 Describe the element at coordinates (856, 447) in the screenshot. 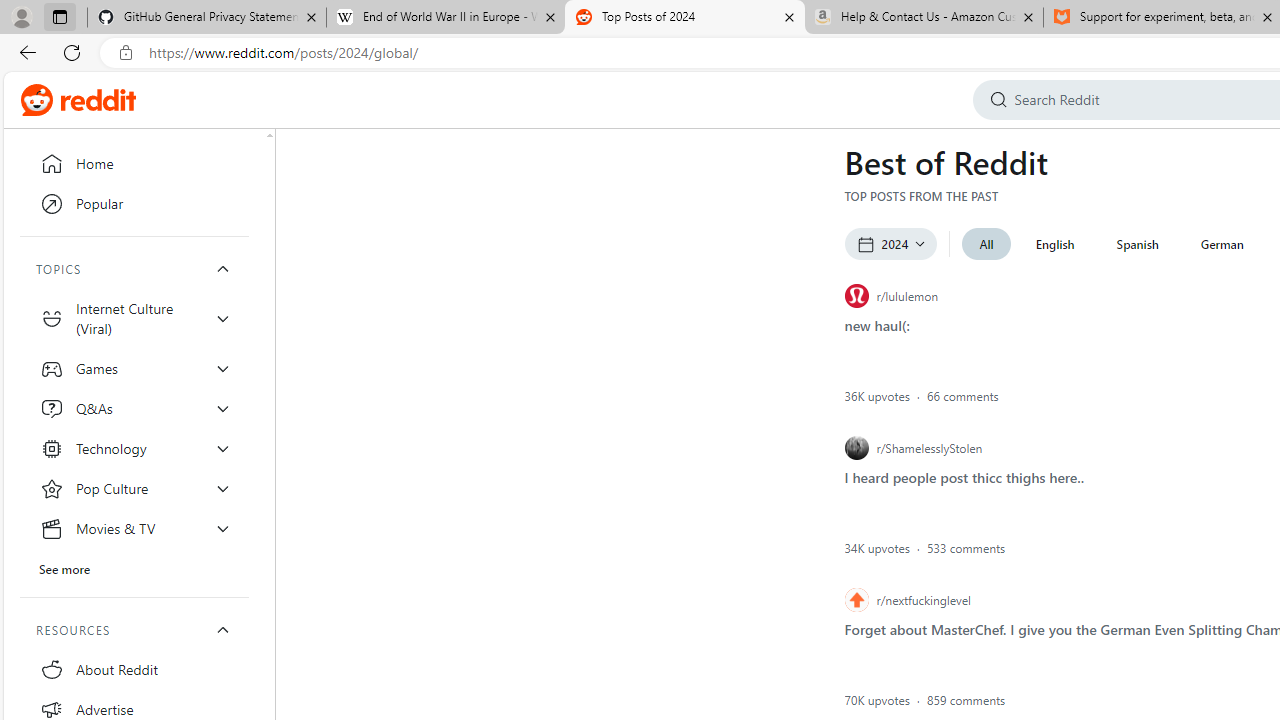

I see `'r/ShamelesslyStolen icon'` at that location.